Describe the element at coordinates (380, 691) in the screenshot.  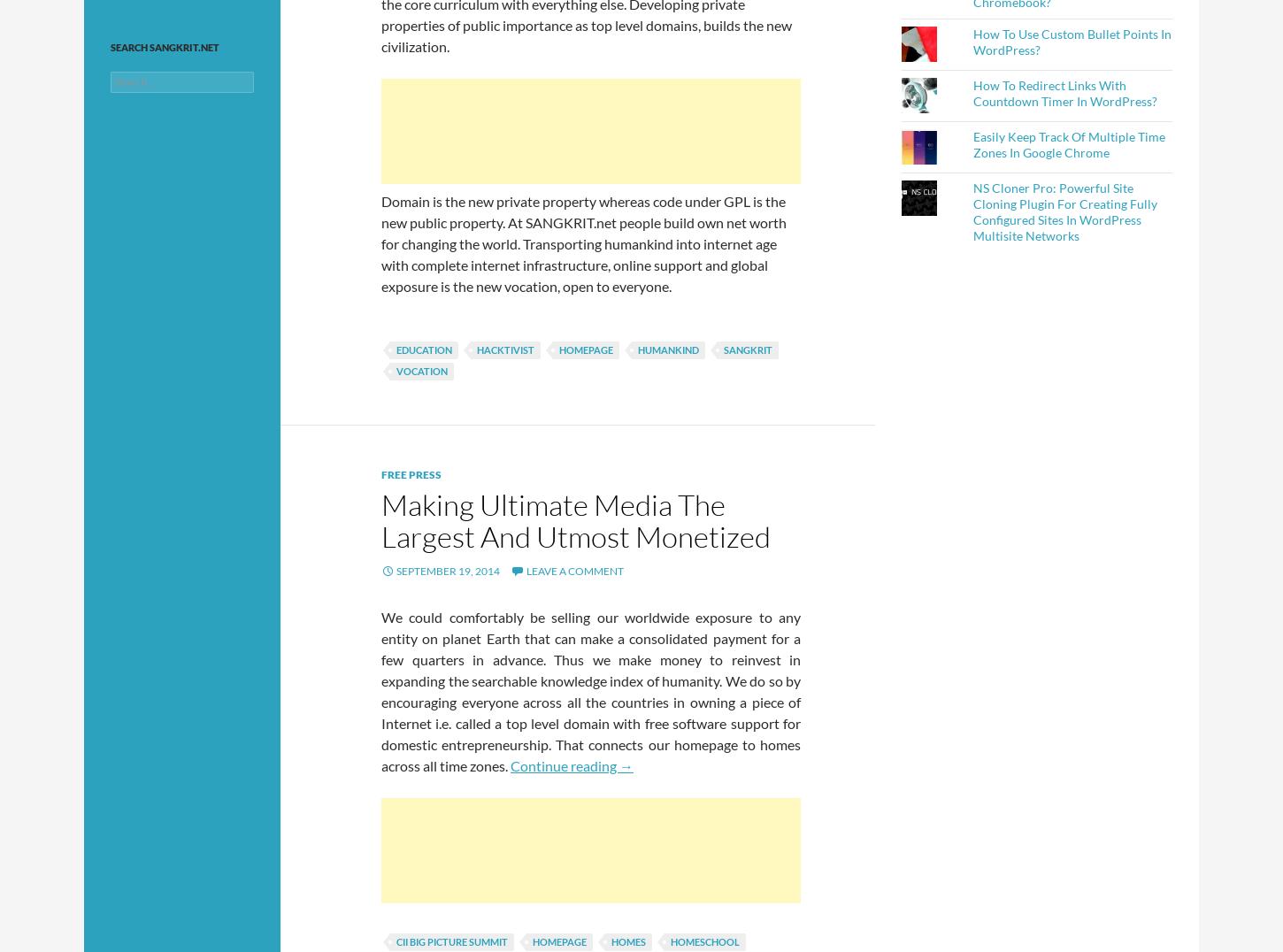
I see `'We could comfortably be selling our worldwide exposure to any entity on planet Earth that can make a consolidated payment for a few quarters in advance. Thus we make money to reinvest in expanding the searchable knowledge index of humanity. We do so by encouraging everyone across all the countries in owning a piece of Internet i.e. called a top level domain with free software support for domestic entrepreneurship. That connects our homepage to homes across all time zones.'` at that location.